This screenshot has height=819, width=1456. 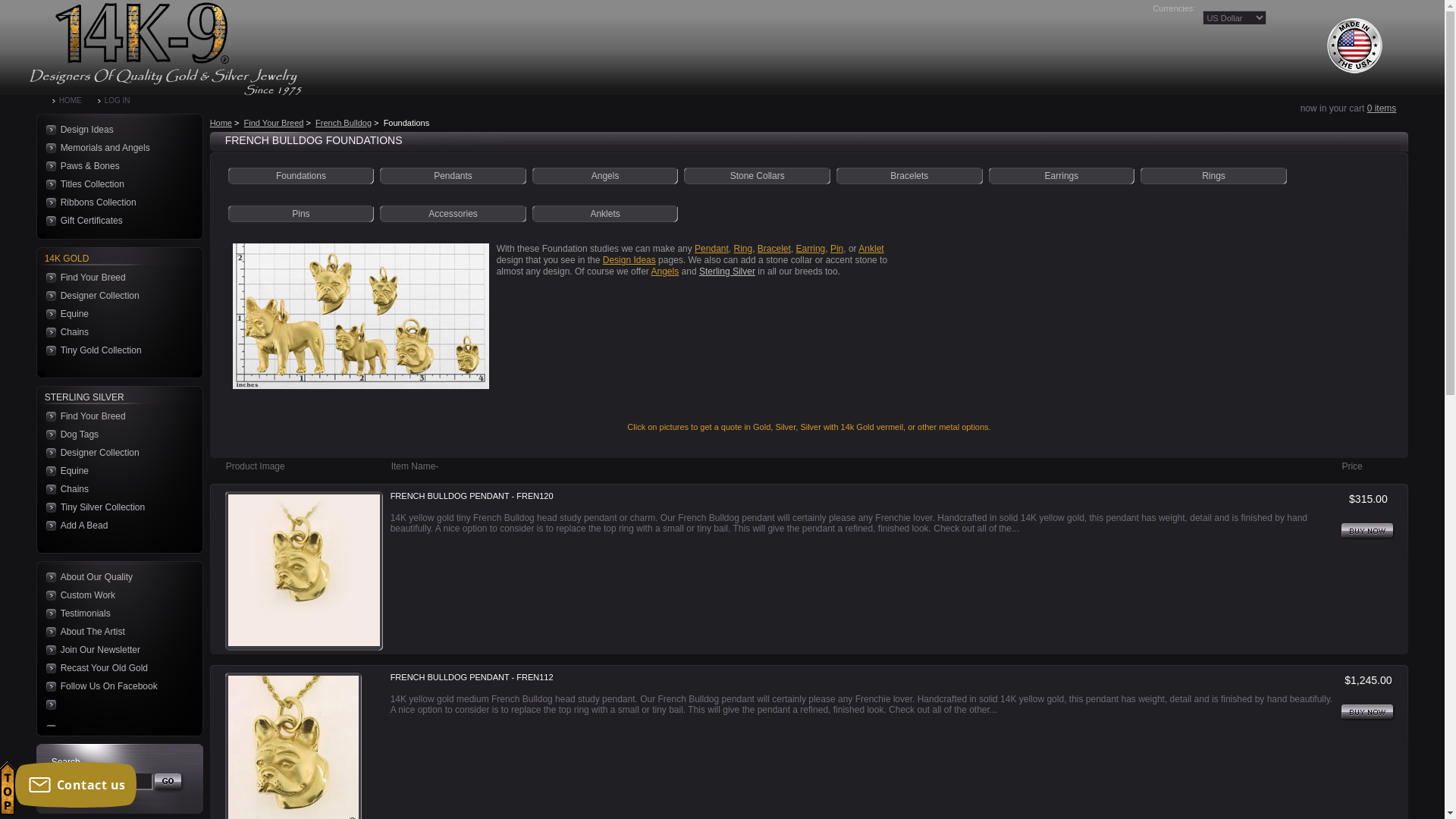 I want to click on 'HOME', so click(x=74, y=100).